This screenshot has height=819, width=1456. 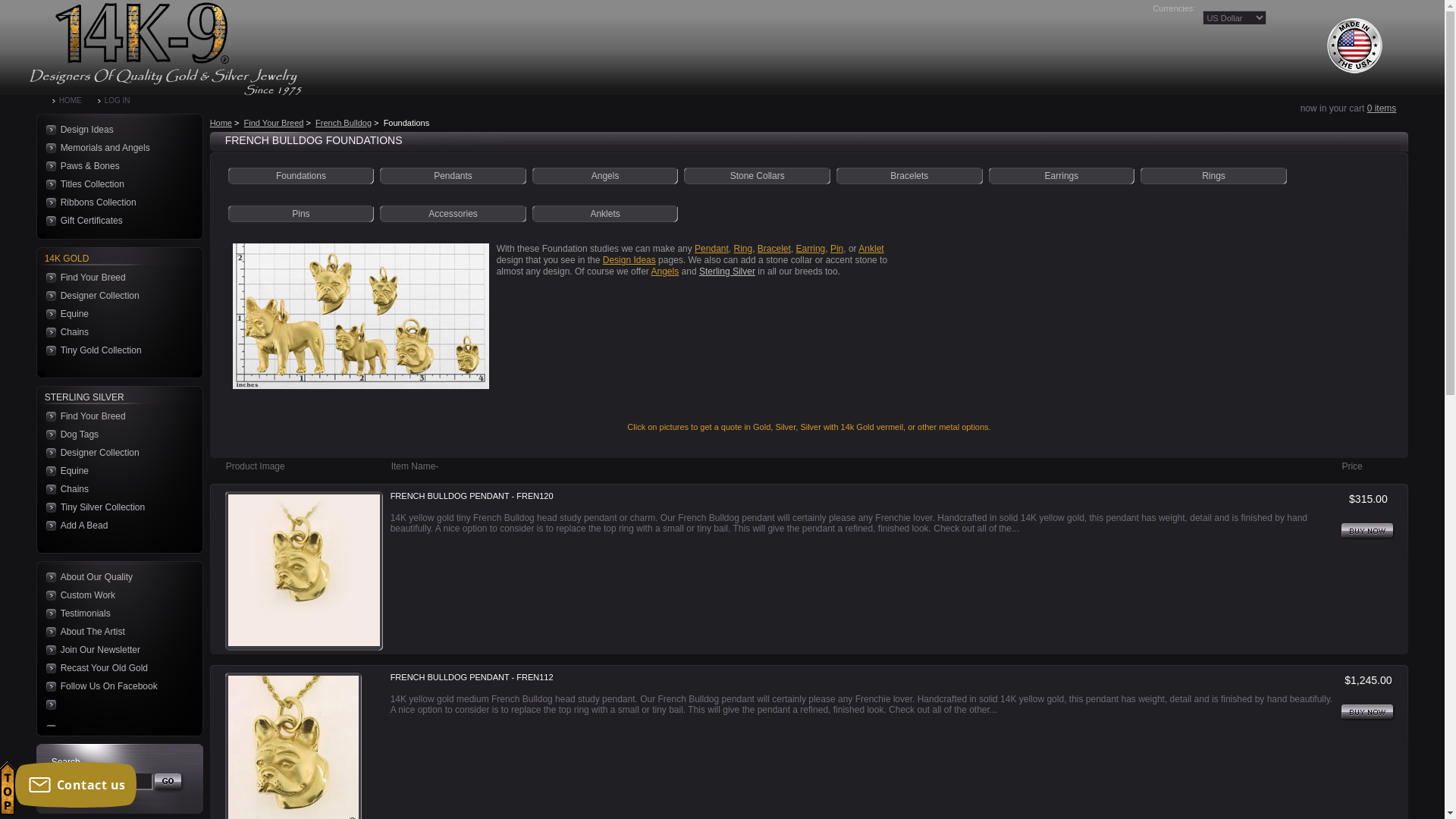 I want to click on 'HOME', so click(x=74, y=100).